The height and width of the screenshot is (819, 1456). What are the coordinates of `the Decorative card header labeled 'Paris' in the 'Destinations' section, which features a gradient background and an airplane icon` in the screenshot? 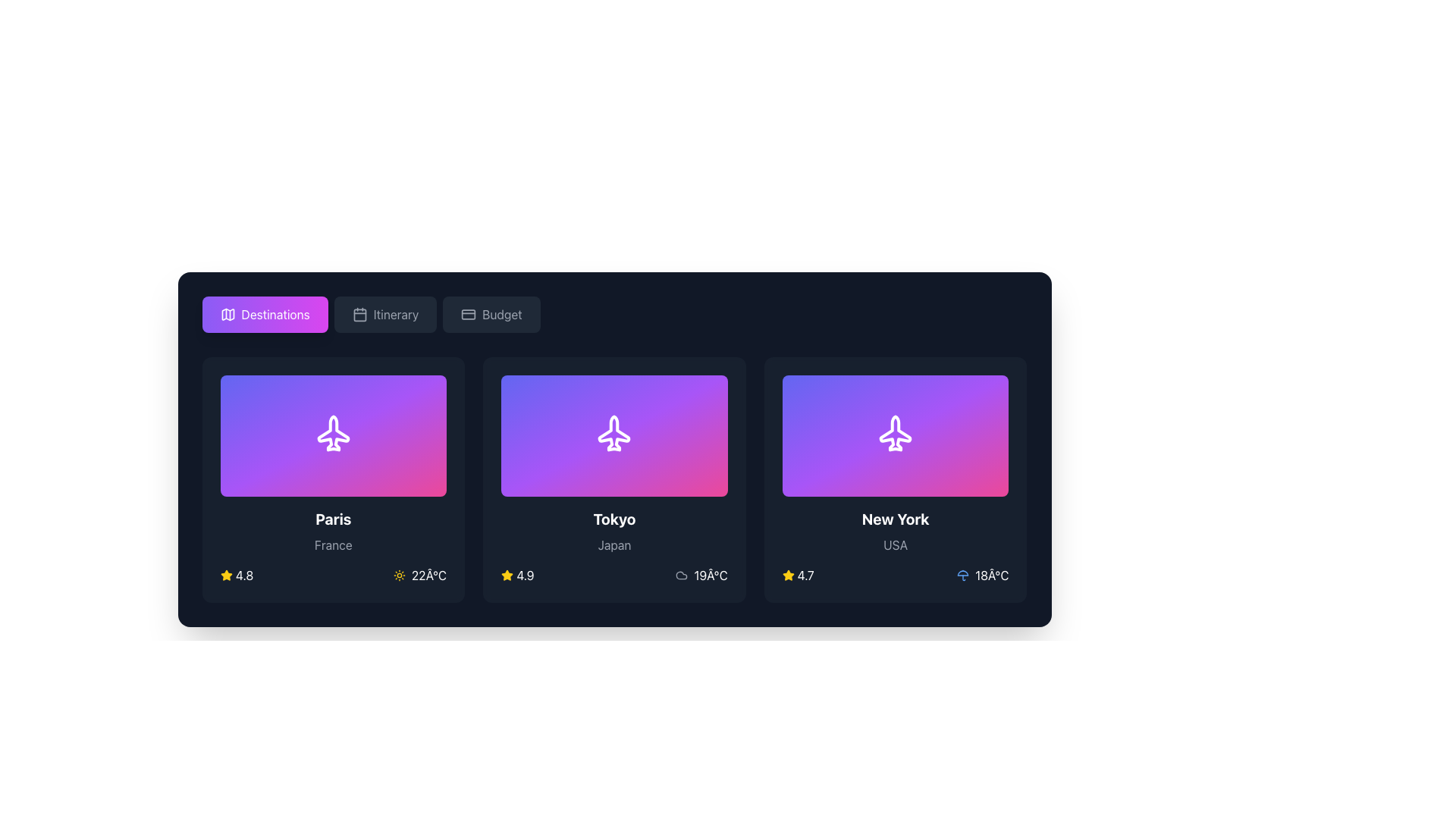 It's located at (332, 435).